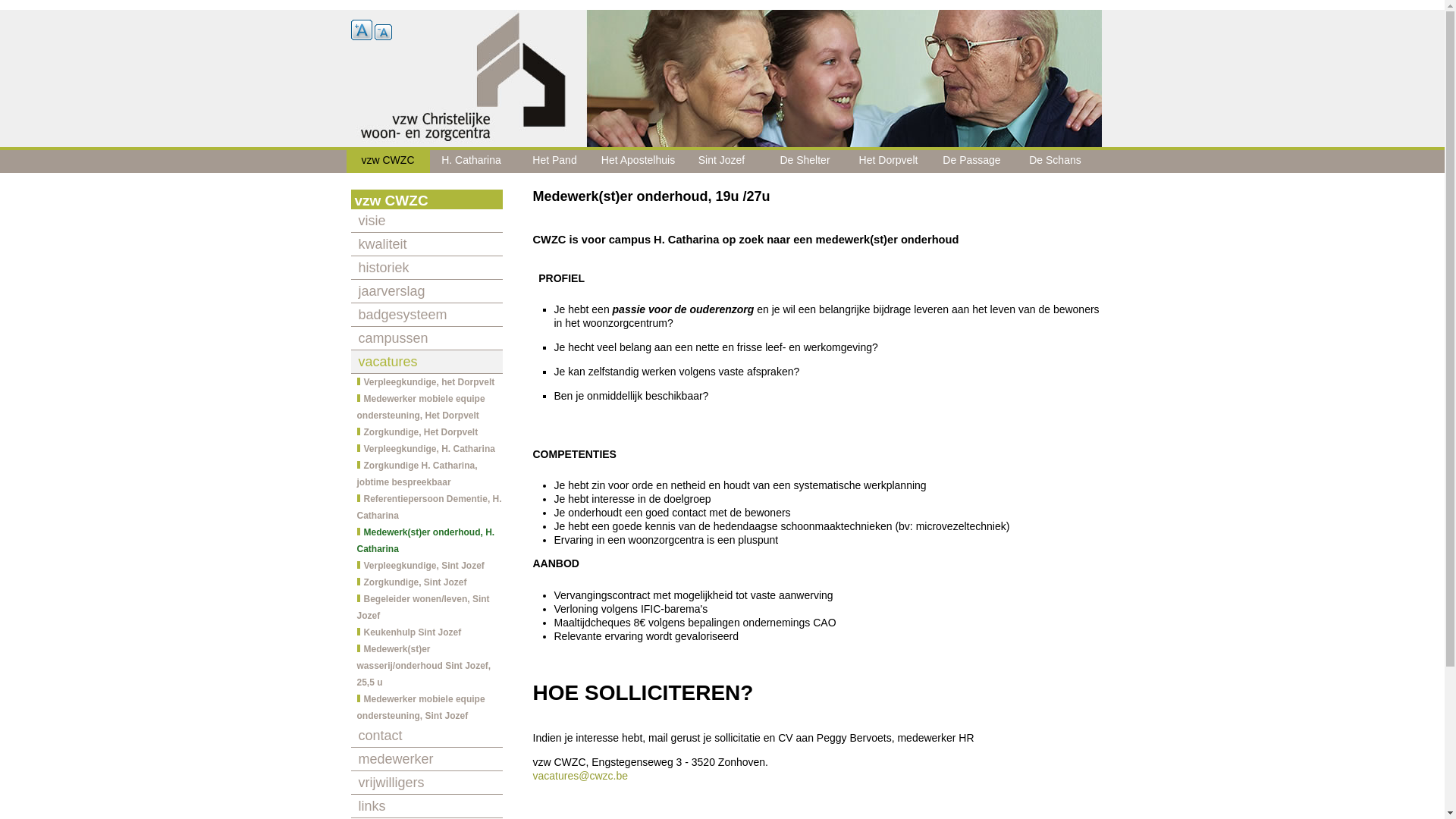 The height and width of the screenshot is (819, 1456). I want to click on 'contact', so click(425, 735).